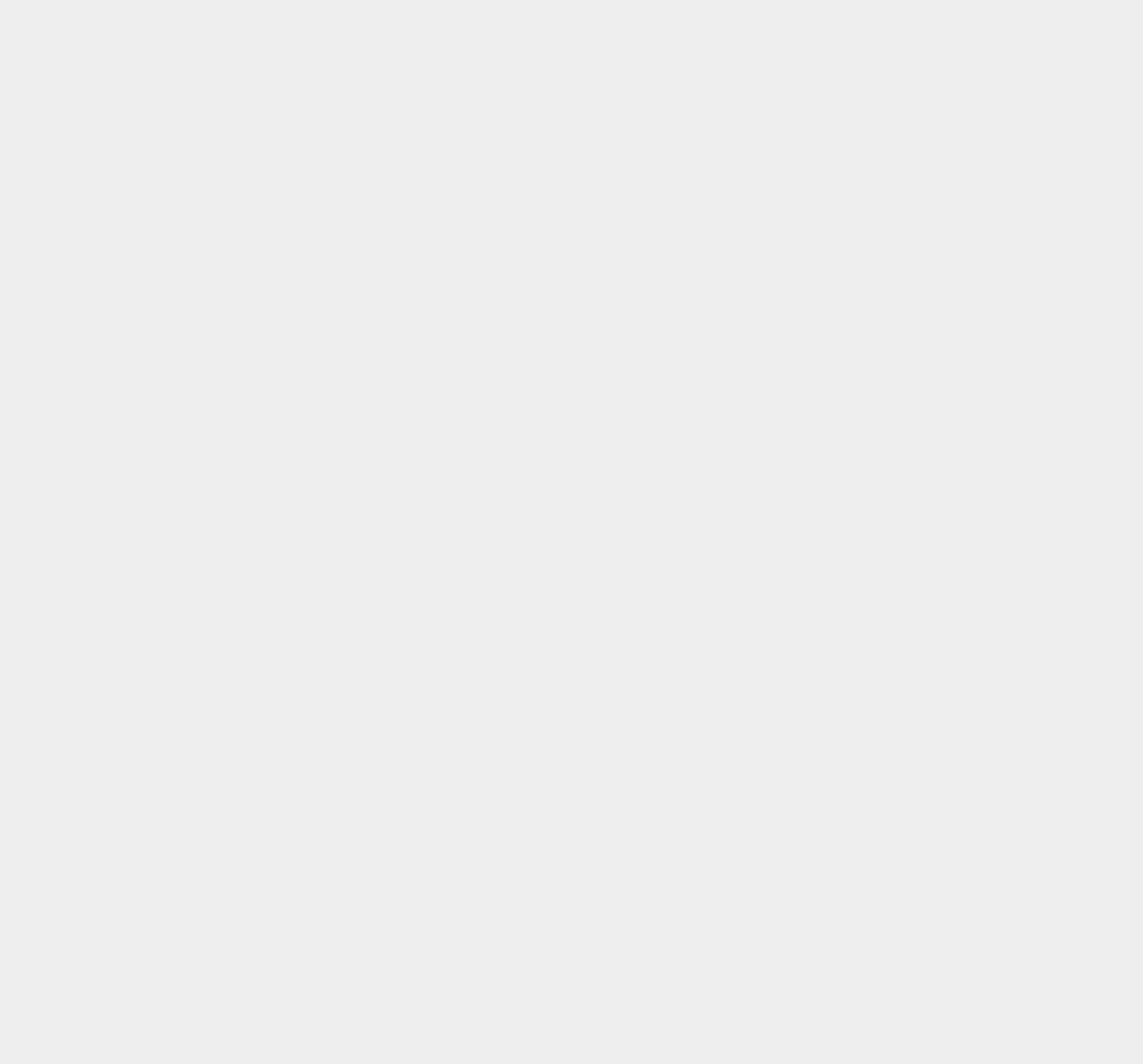 This screenshot has height=1064, width=1143. What do you see at coordinates (833, 896) in the screenshot?
I see `'iPhone 7'` at bounding box center [833, 896].